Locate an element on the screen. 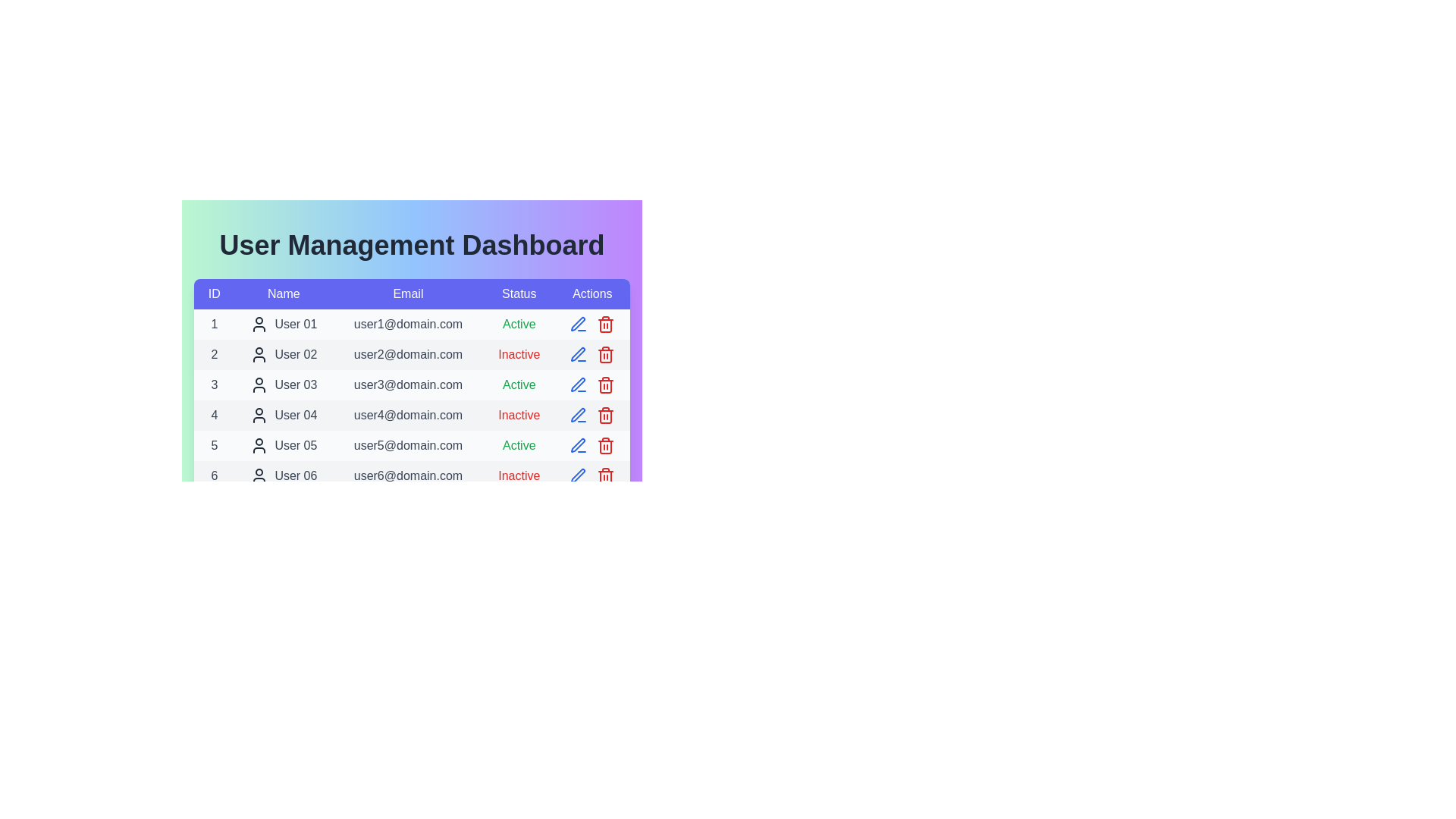  the delete icon for user with ID 4 is located at coordinates (605, 415).